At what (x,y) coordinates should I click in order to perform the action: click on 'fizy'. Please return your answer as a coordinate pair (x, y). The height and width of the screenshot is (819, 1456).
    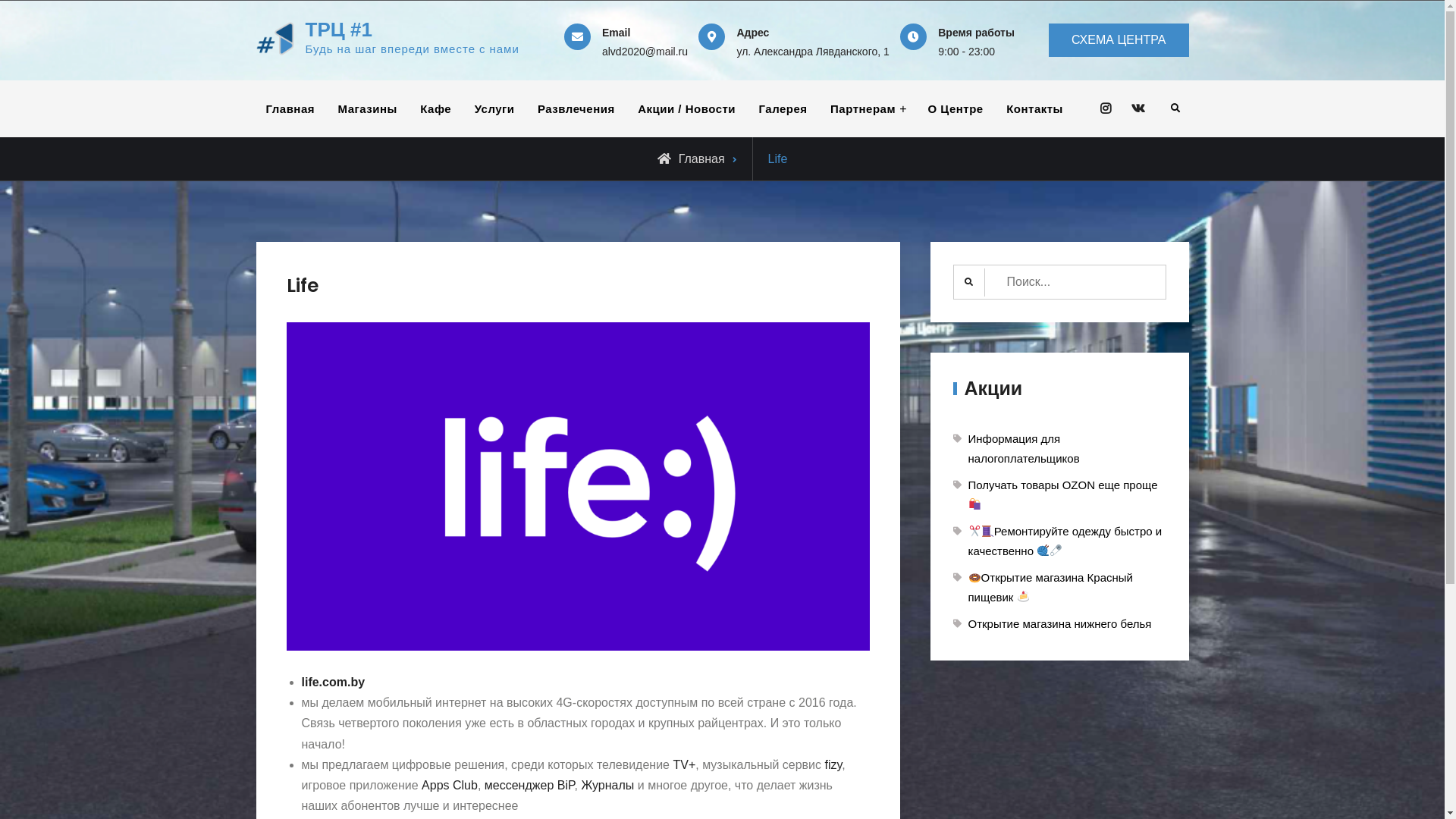
    Looking at the image, I should click on (832, 764).